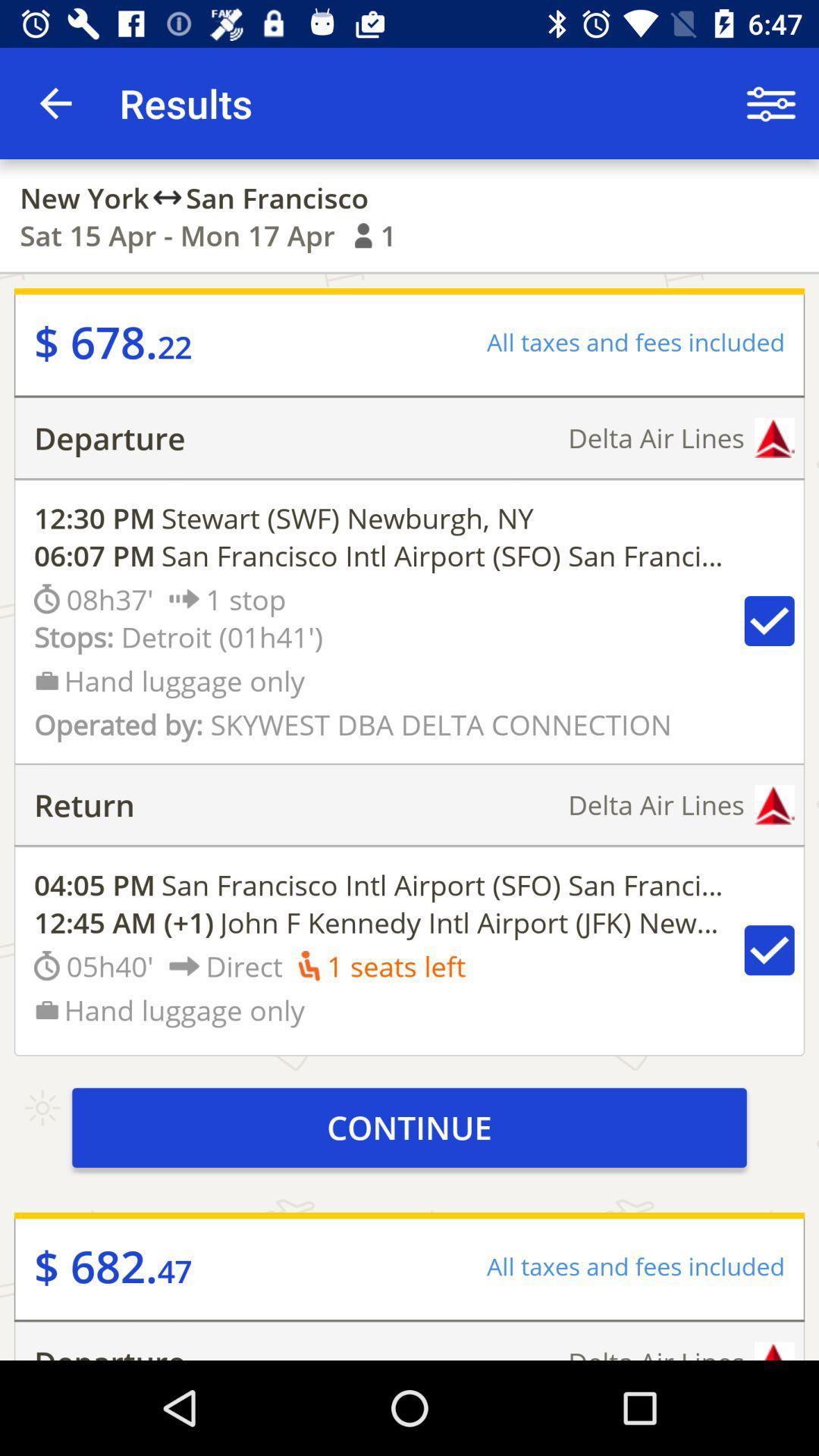 This screenshot has width=819, height=1456. I want to click on the app next to the results item, so click(55, 102).